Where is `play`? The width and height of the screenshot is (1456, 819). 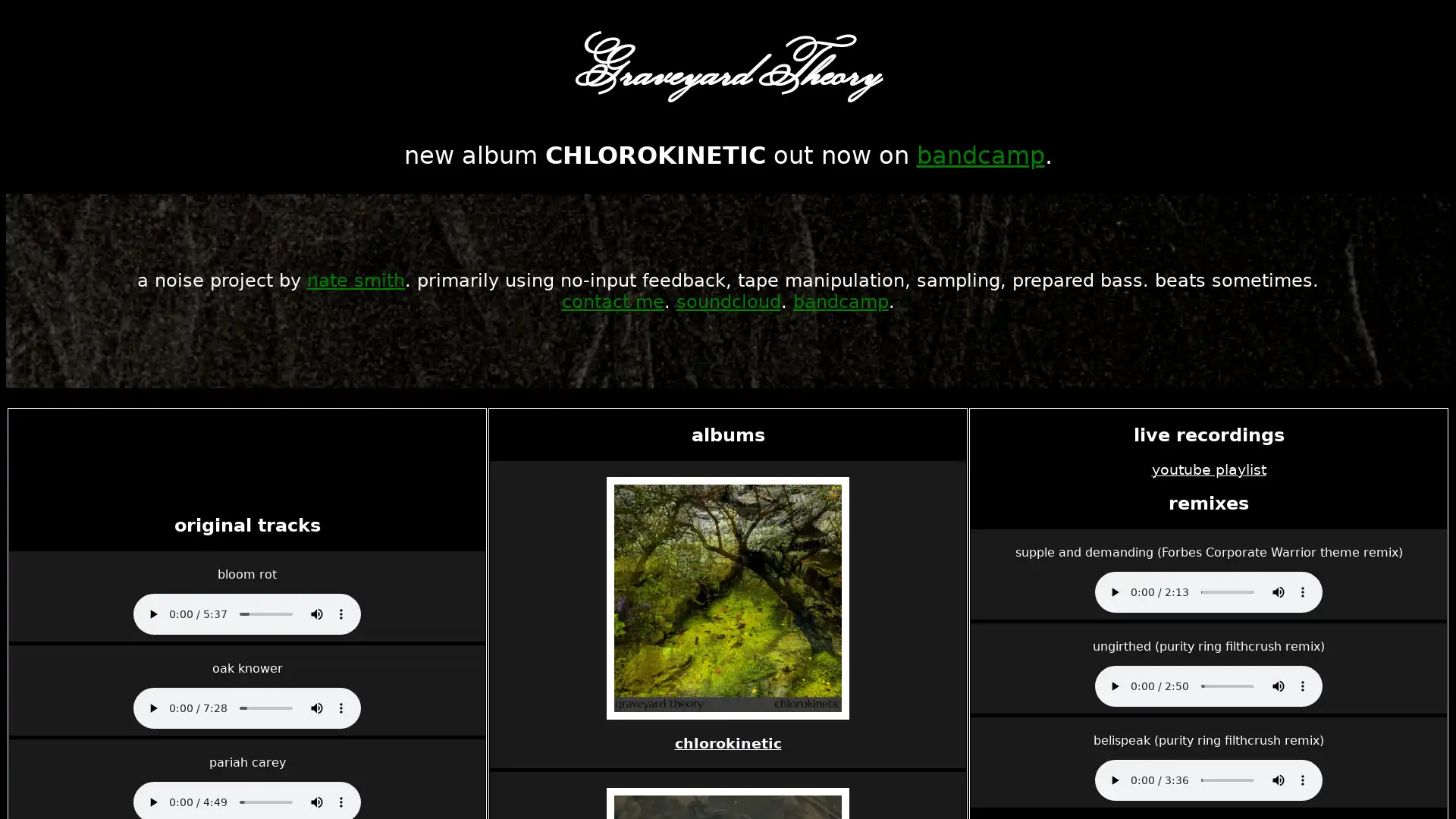 play is located at coordinates (152, 708).